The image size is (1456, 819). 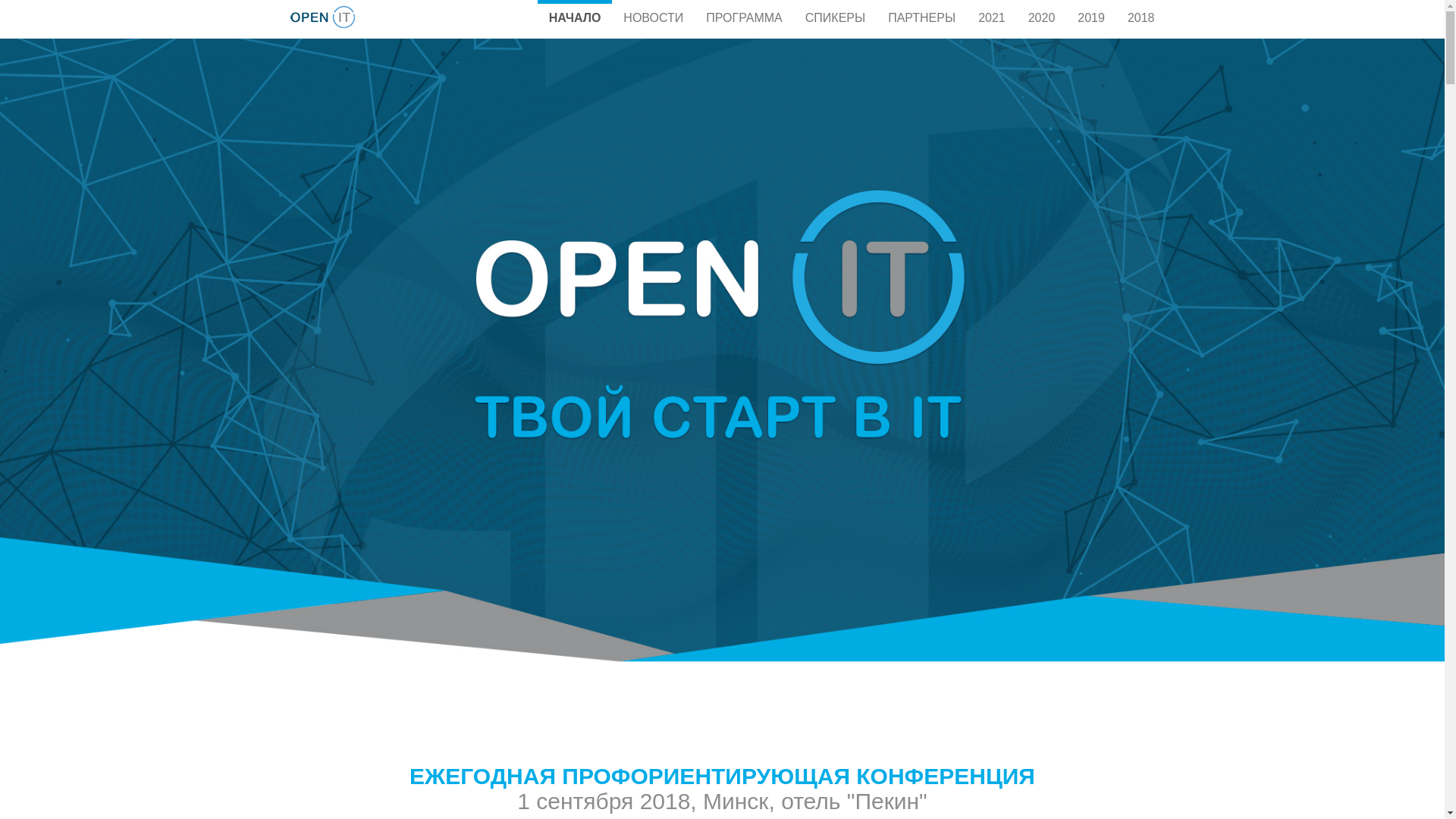 I want to click on '2019', so click(x=1065, y=17).